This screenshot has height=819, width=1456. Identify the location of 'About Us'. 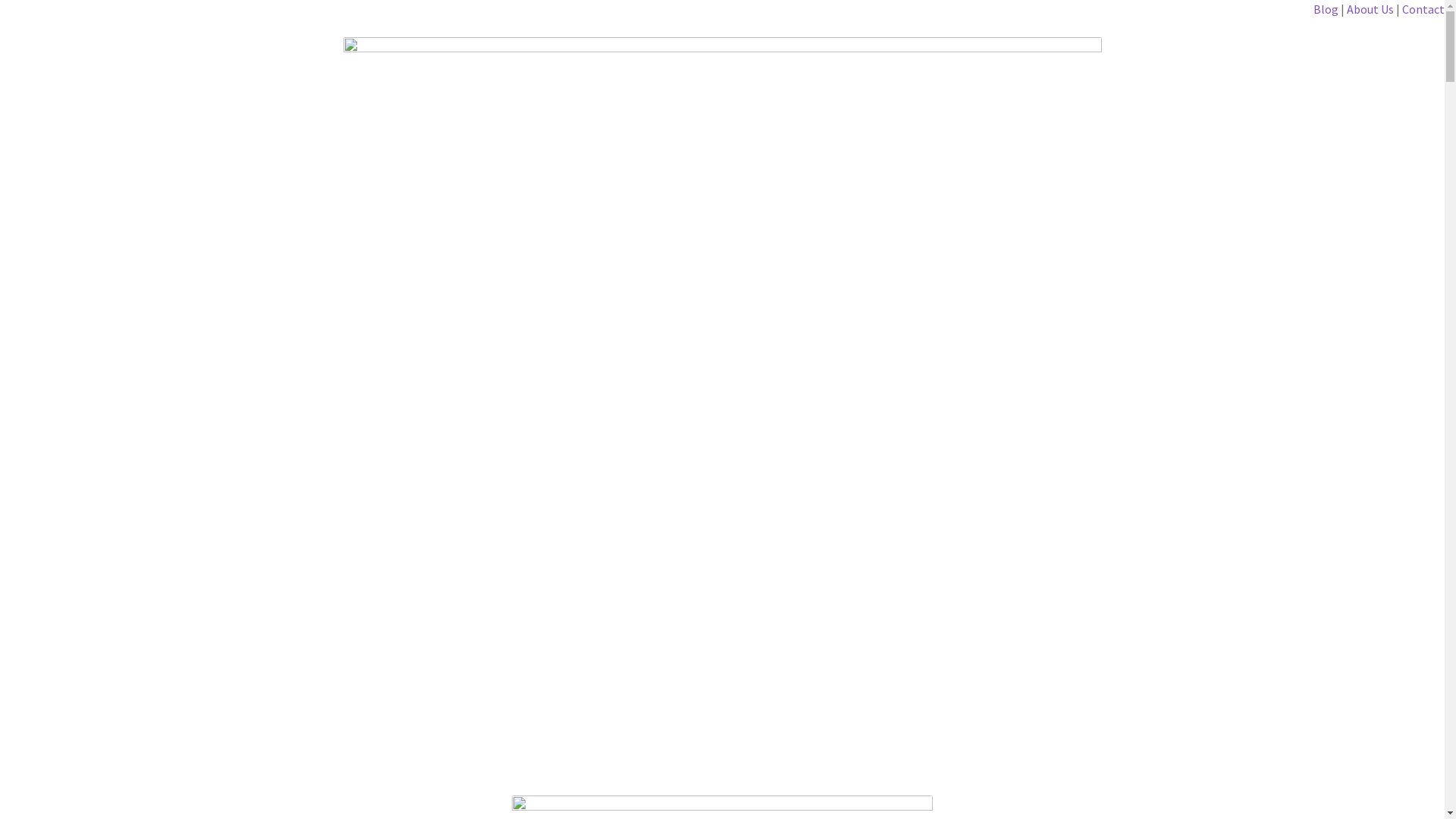
(1370, 8).